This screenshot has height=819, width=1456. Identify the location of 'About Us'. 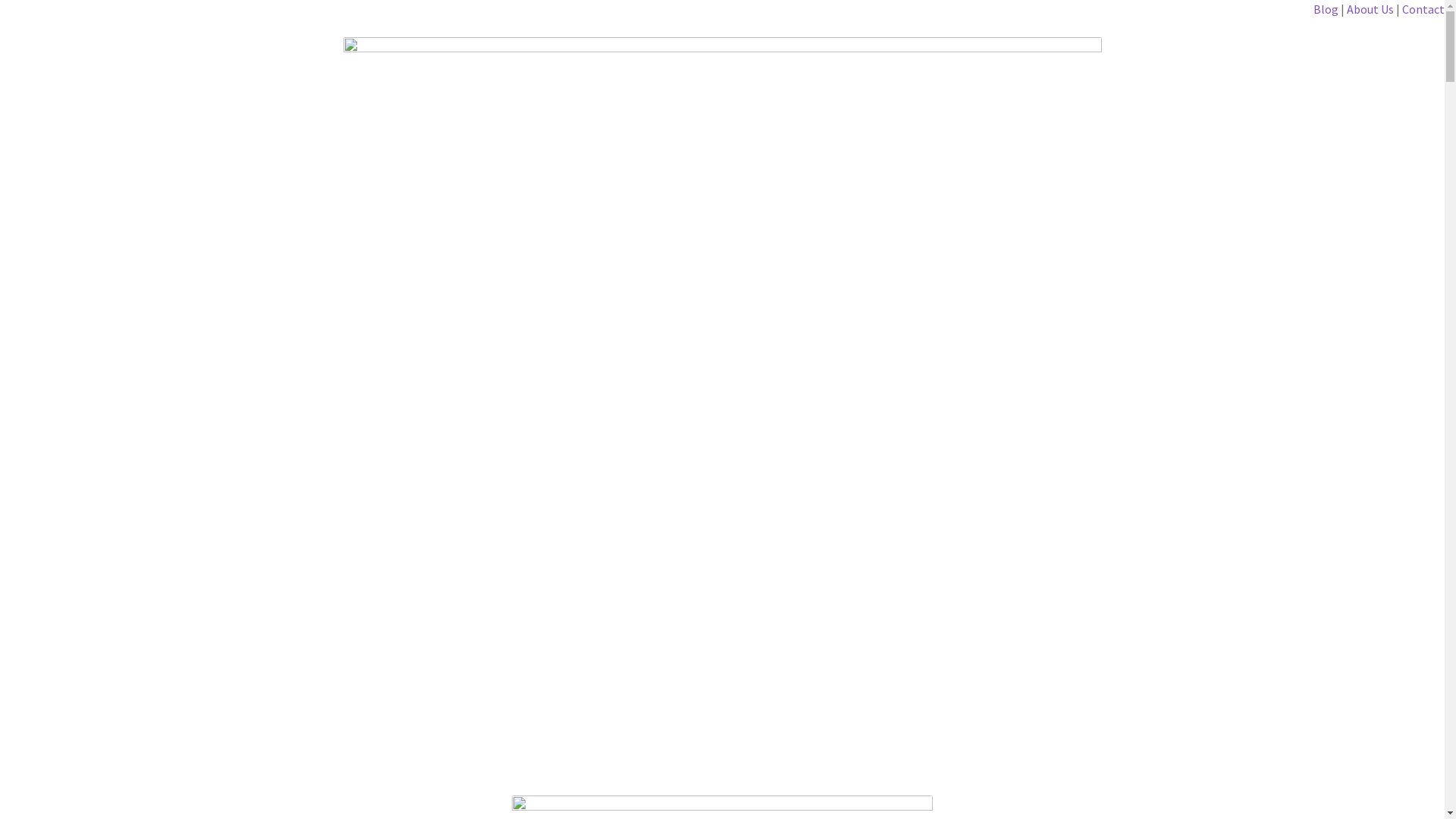
(1370, 8).